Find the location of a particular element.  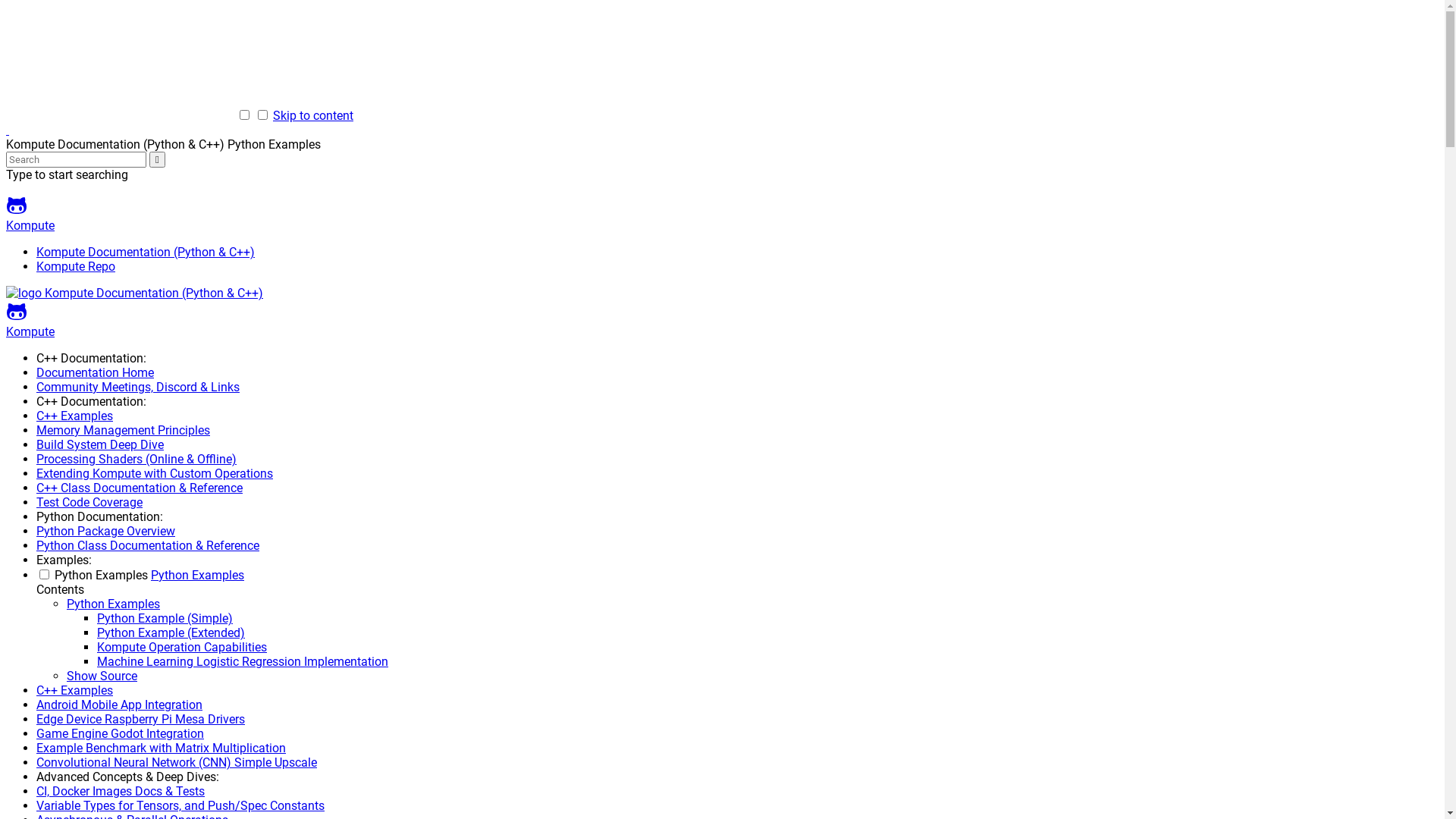

'Python Class Documentation & Reference' is located at coordinates (36, 544).